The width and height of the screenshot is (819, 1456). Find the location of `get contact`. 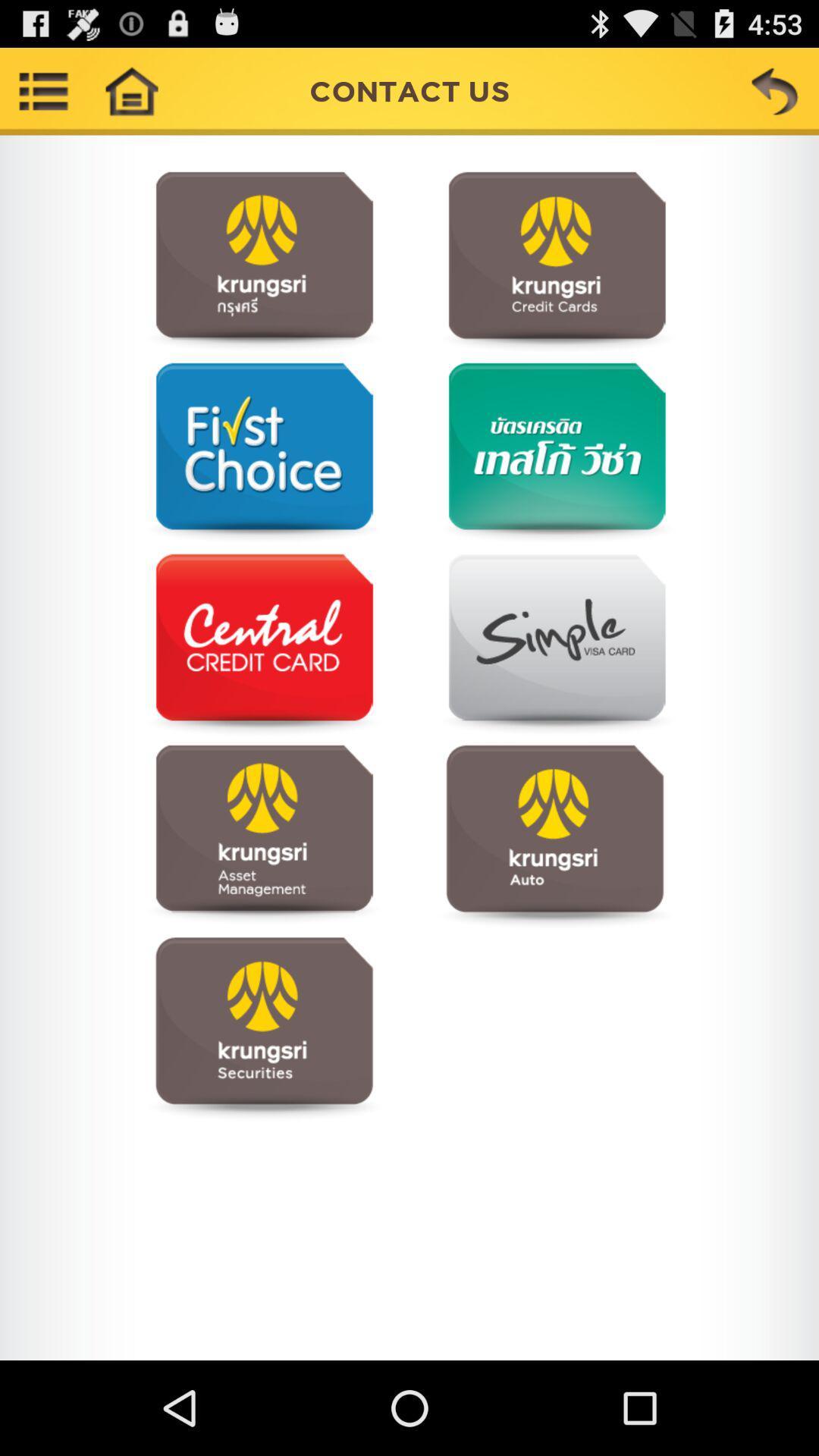

get contact is located at coordinates (263, 835).